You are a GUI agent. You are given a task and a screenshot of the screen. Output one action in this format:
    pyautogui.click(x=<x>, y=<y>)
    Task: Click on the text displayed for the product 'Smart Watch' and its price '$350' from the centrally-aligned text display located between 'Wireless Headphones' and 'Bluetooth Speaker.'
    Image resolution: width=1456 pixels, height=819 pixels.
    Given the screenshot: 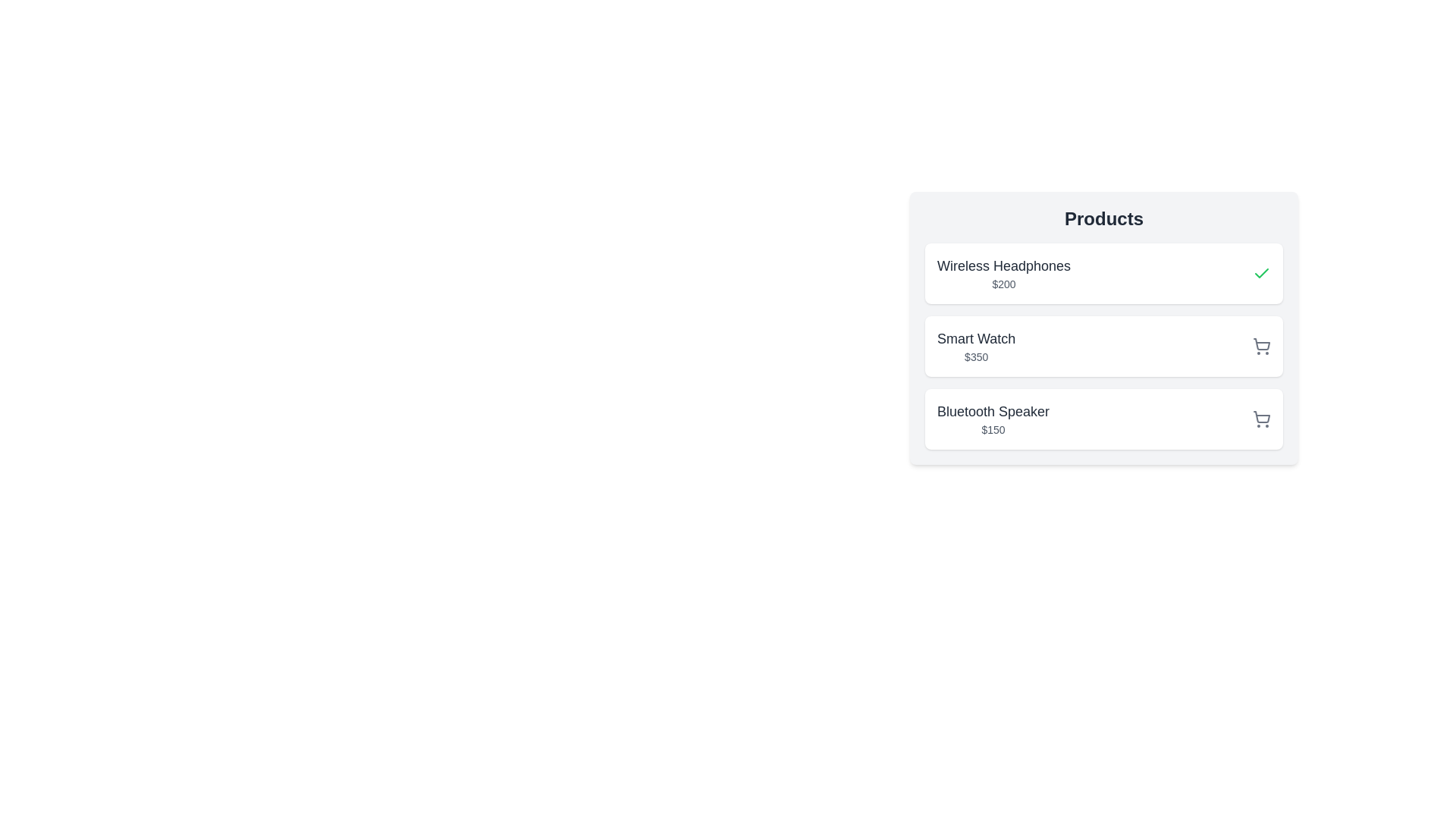 What is the action you would take?
    pyautogui.click(x=976, y=346)
    